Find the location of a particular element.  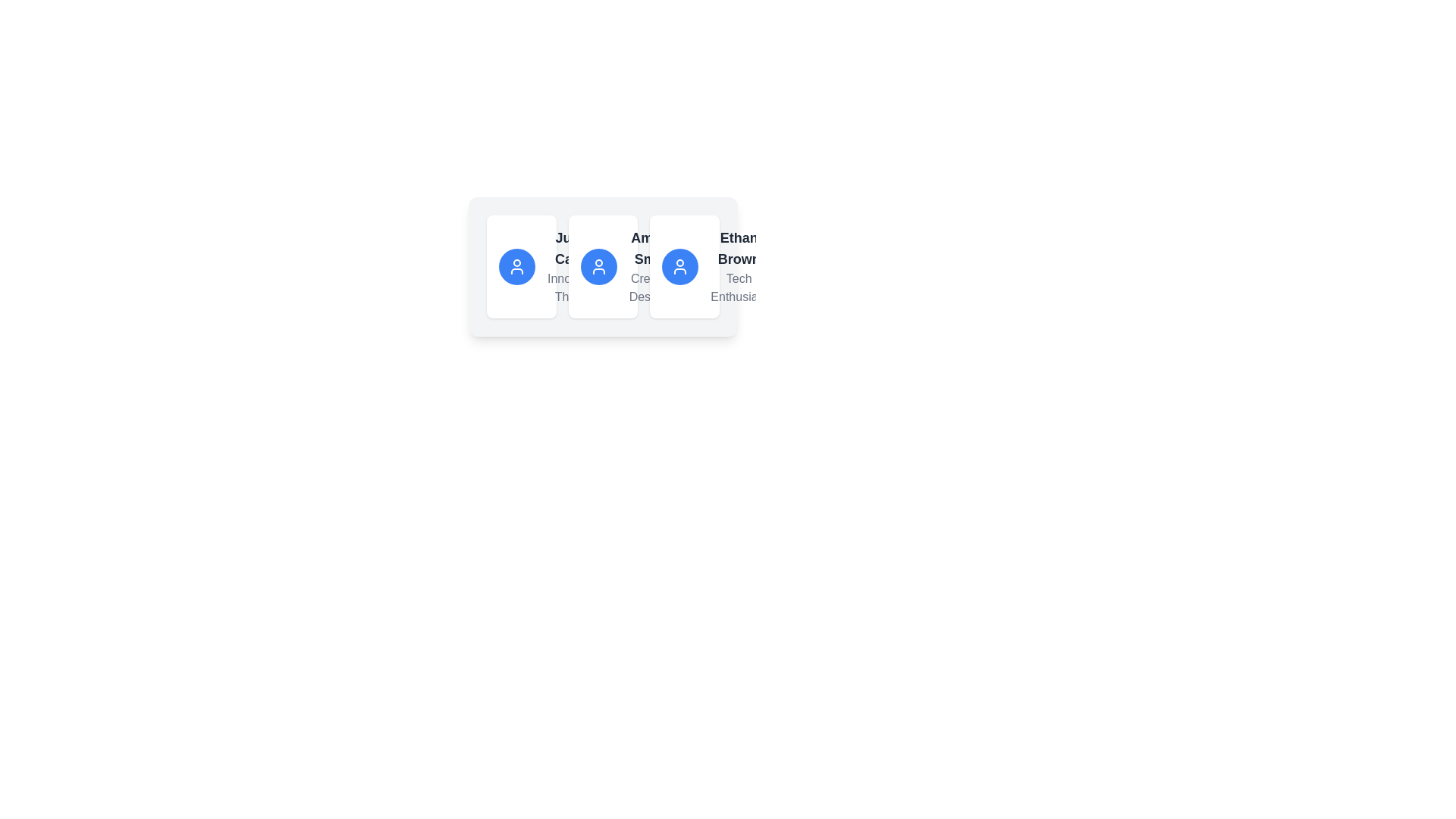

text from the label displaying 'Amelia Smith' in bold, prominent style located at the top part of the second card layout is located at coordinates (653, 247).